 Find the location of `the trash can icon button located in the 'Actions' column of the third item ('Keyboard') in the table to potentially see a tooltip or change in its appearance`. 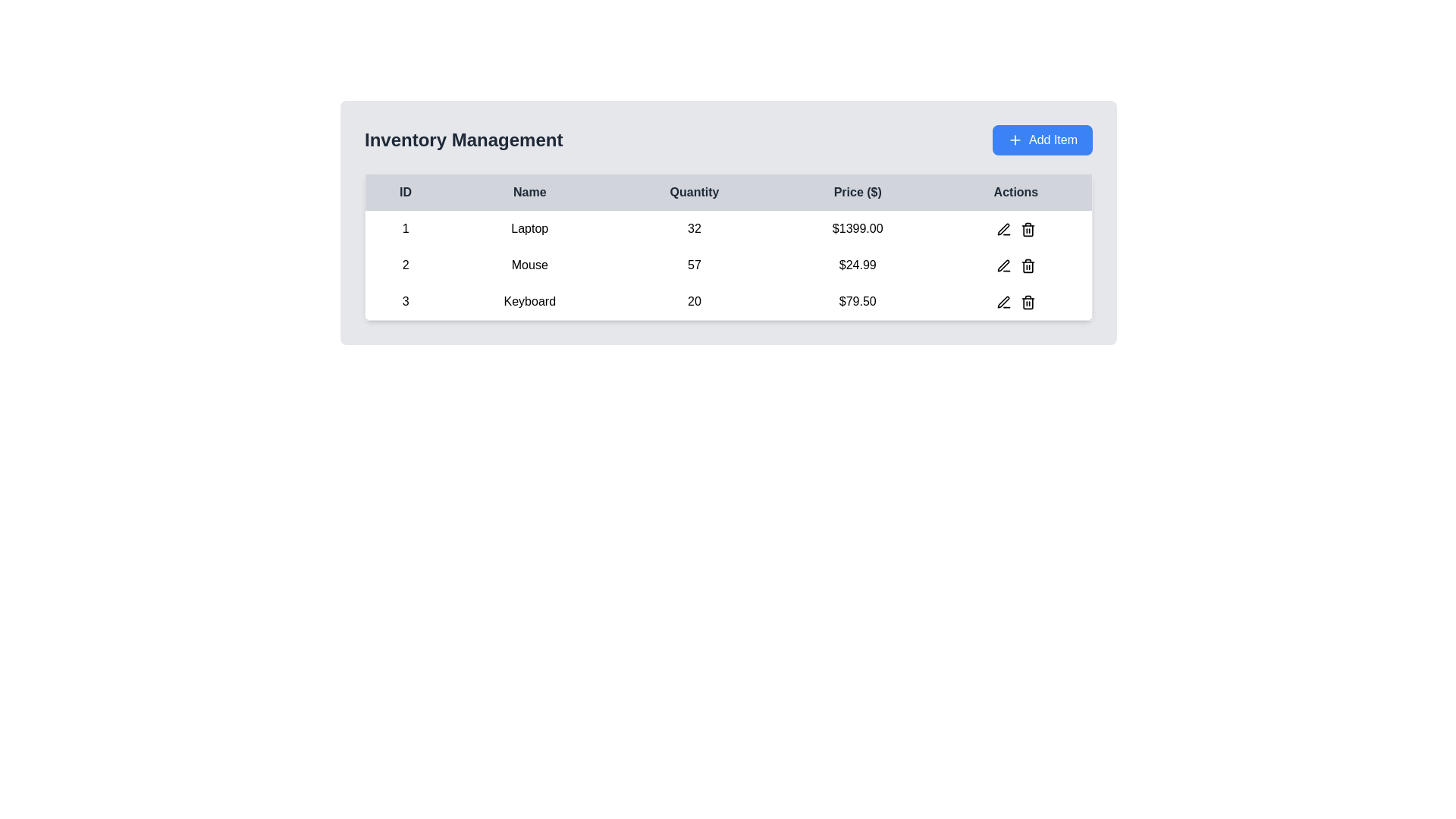

the trash can icon button located in the 'Actions' column of the third item ('Keyboard') in the table to potentially see a tooltip or change in its appearance is located at coordinates (1028, 301).